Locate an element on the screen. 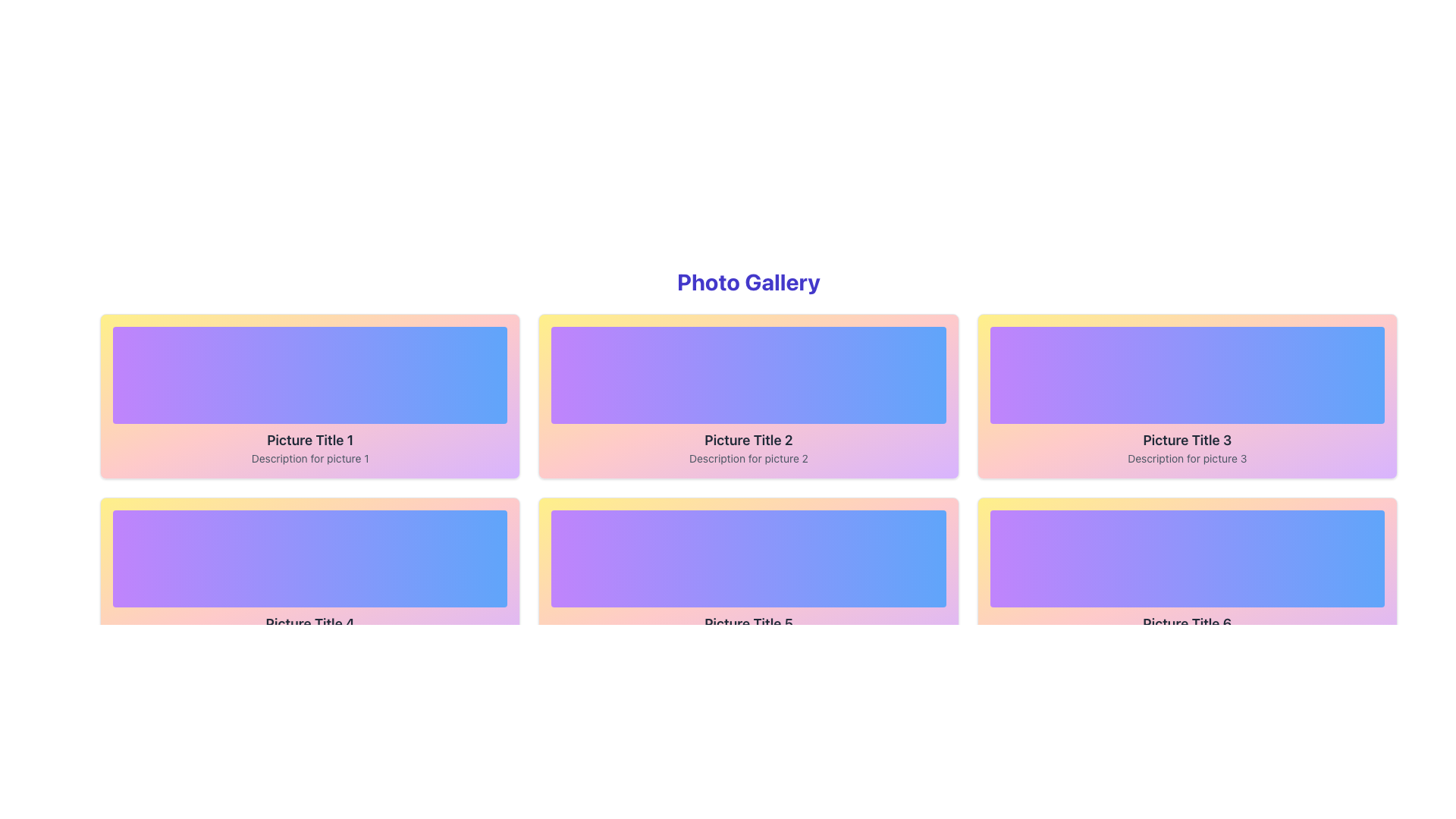 Image resolution: width=1456 pixels, height=819 pixels. the Decorative Box, a rectangular gradient-filled box transitioning from purple to blue, located in the bottom-right corner of a 2x3 grid structure and associated with 'Picture Title 6' is located at coordinates (1186, 558).